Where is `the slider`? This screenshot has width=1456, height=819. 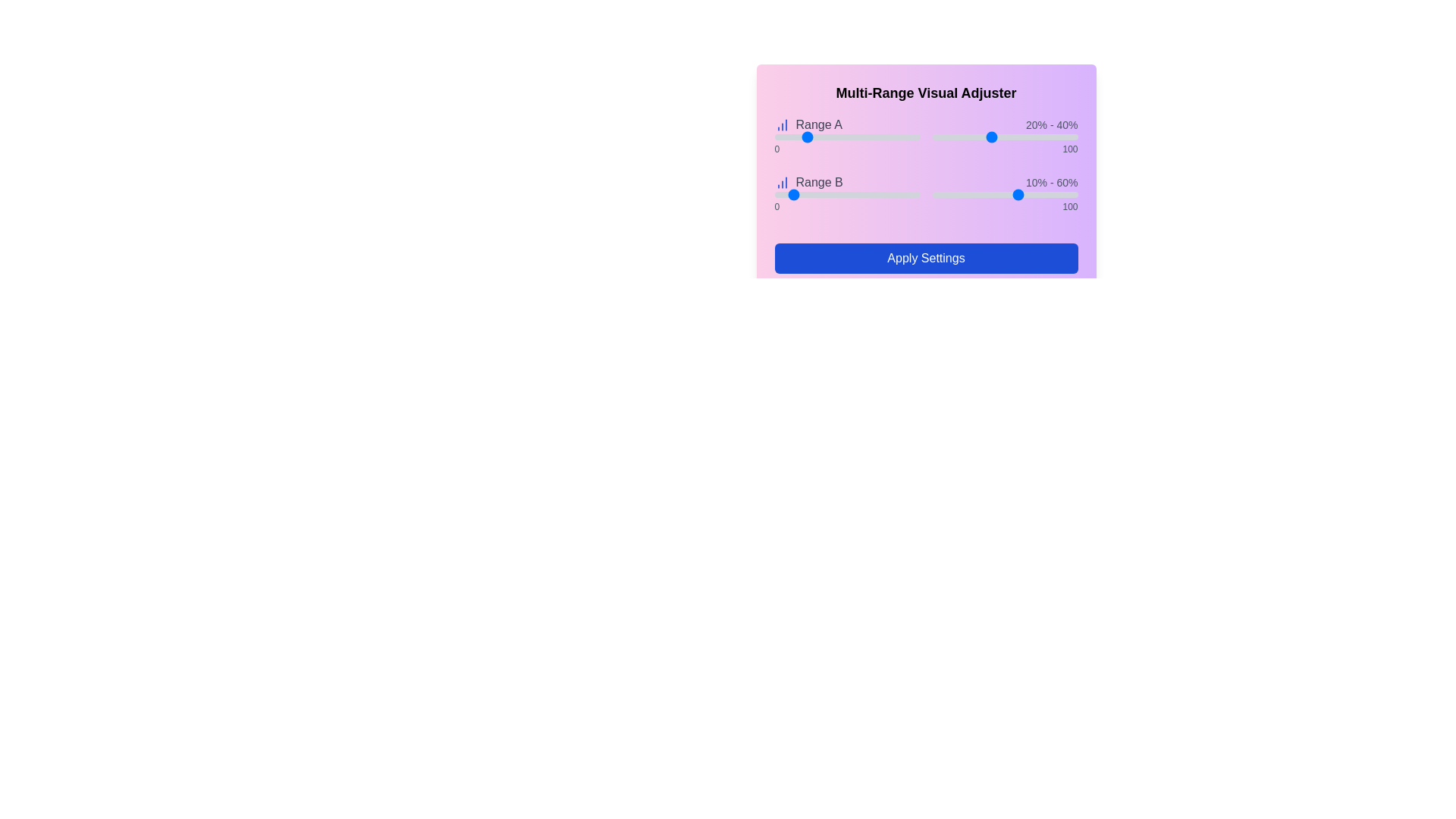
the slider is located at coordinates (969, 137).